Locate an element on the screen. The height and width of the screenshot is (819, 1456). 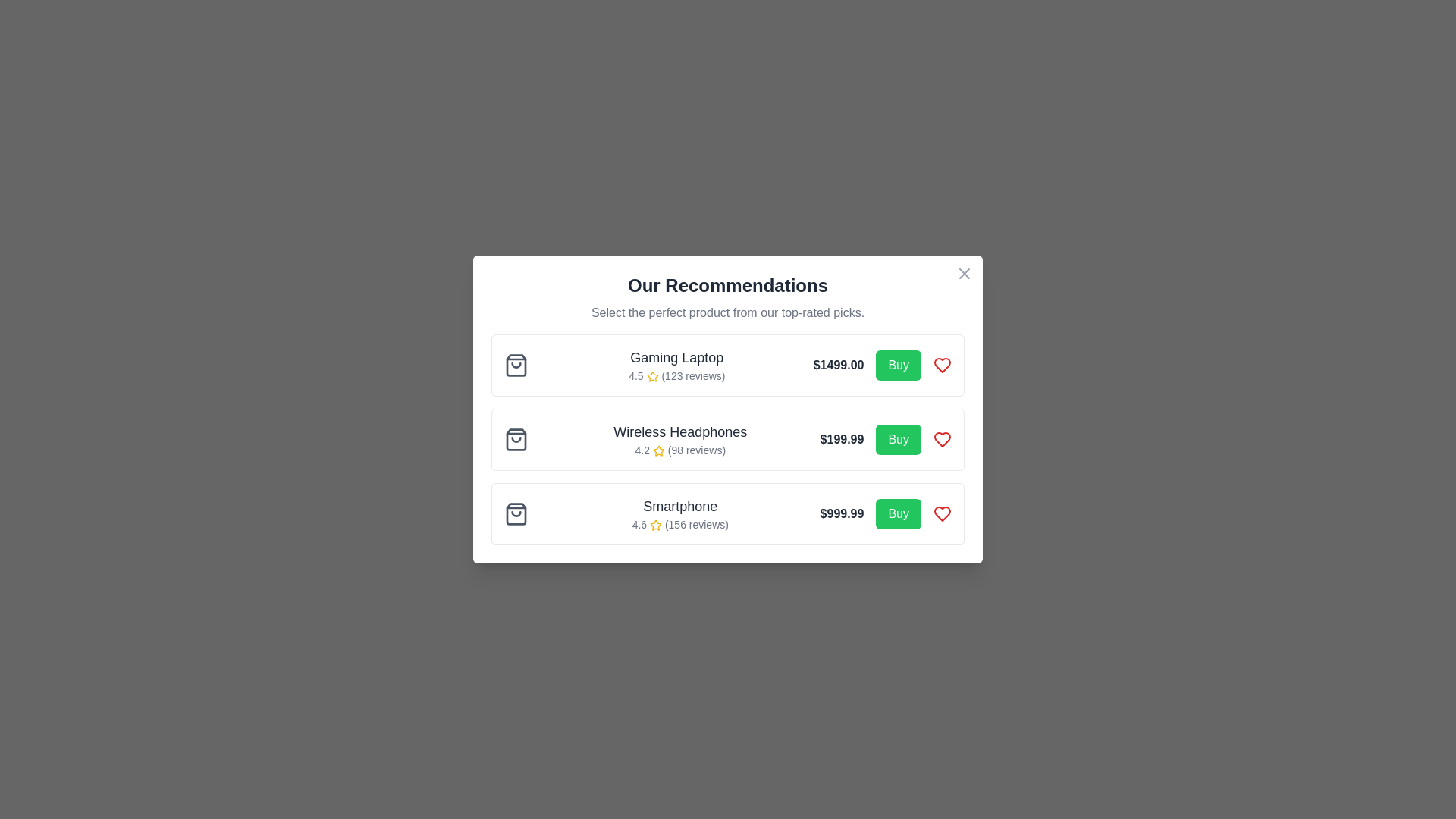
the shopping bag icon, which is a dark outlined vector graphic located in the leftmost area of the third row in the recommendations panel is located at coordinates (516, 513).